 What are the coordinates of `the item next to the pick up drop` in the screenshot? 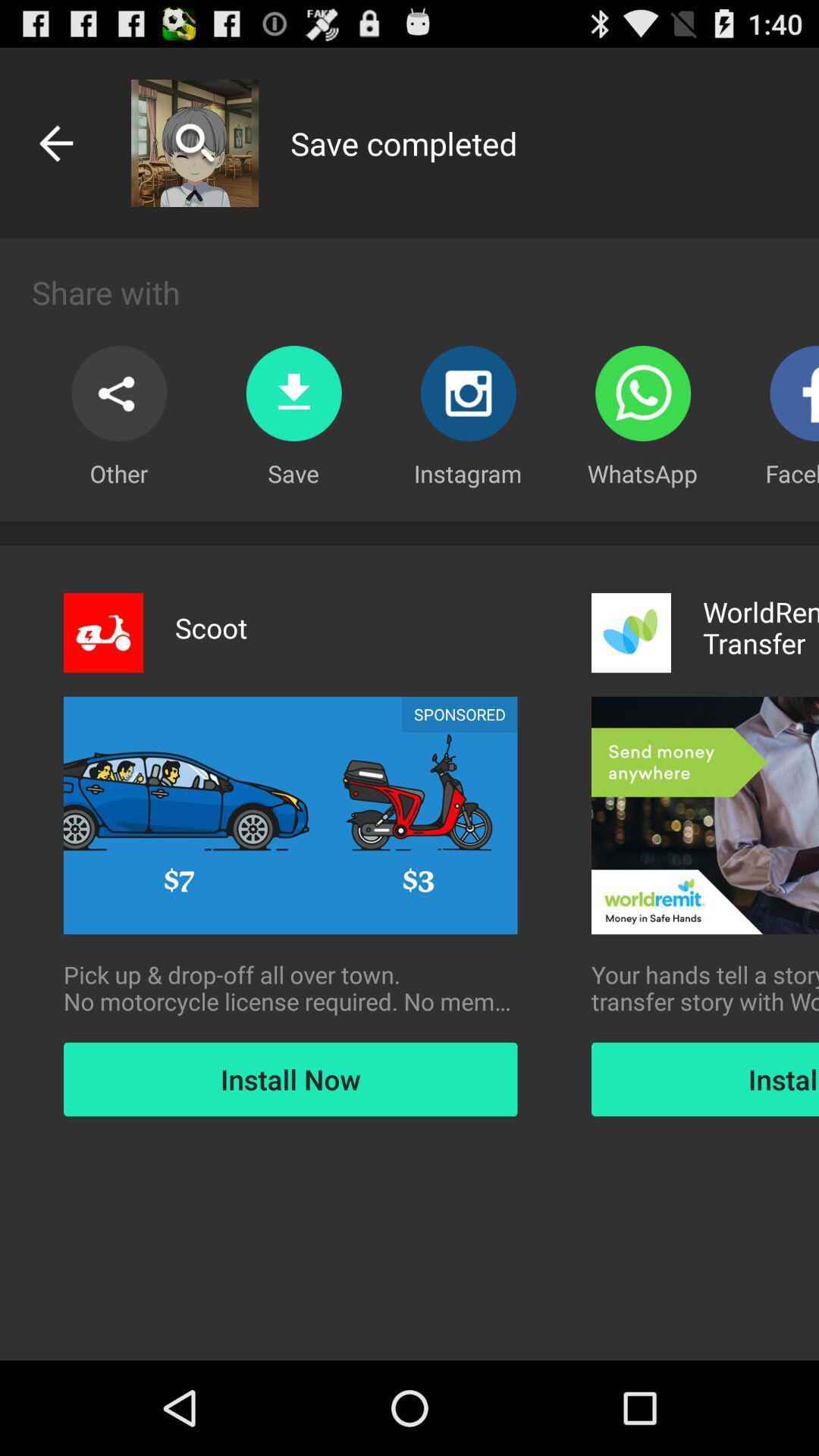 It's located at (704, 988).